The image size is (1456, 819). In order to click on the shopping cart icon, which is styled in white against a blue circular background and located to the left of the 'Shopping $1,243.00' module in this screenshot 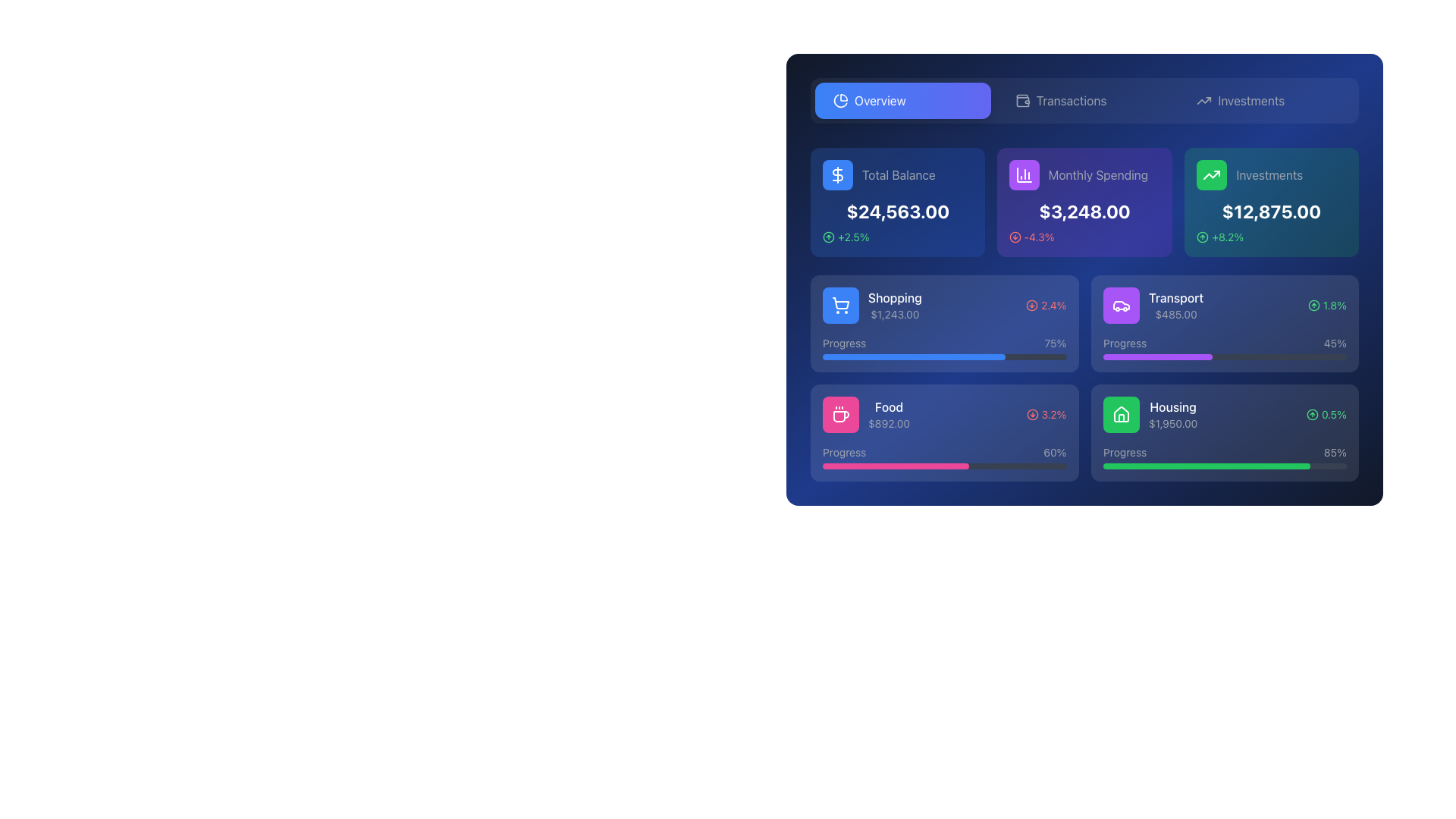, I will do `click(839, 305)`.